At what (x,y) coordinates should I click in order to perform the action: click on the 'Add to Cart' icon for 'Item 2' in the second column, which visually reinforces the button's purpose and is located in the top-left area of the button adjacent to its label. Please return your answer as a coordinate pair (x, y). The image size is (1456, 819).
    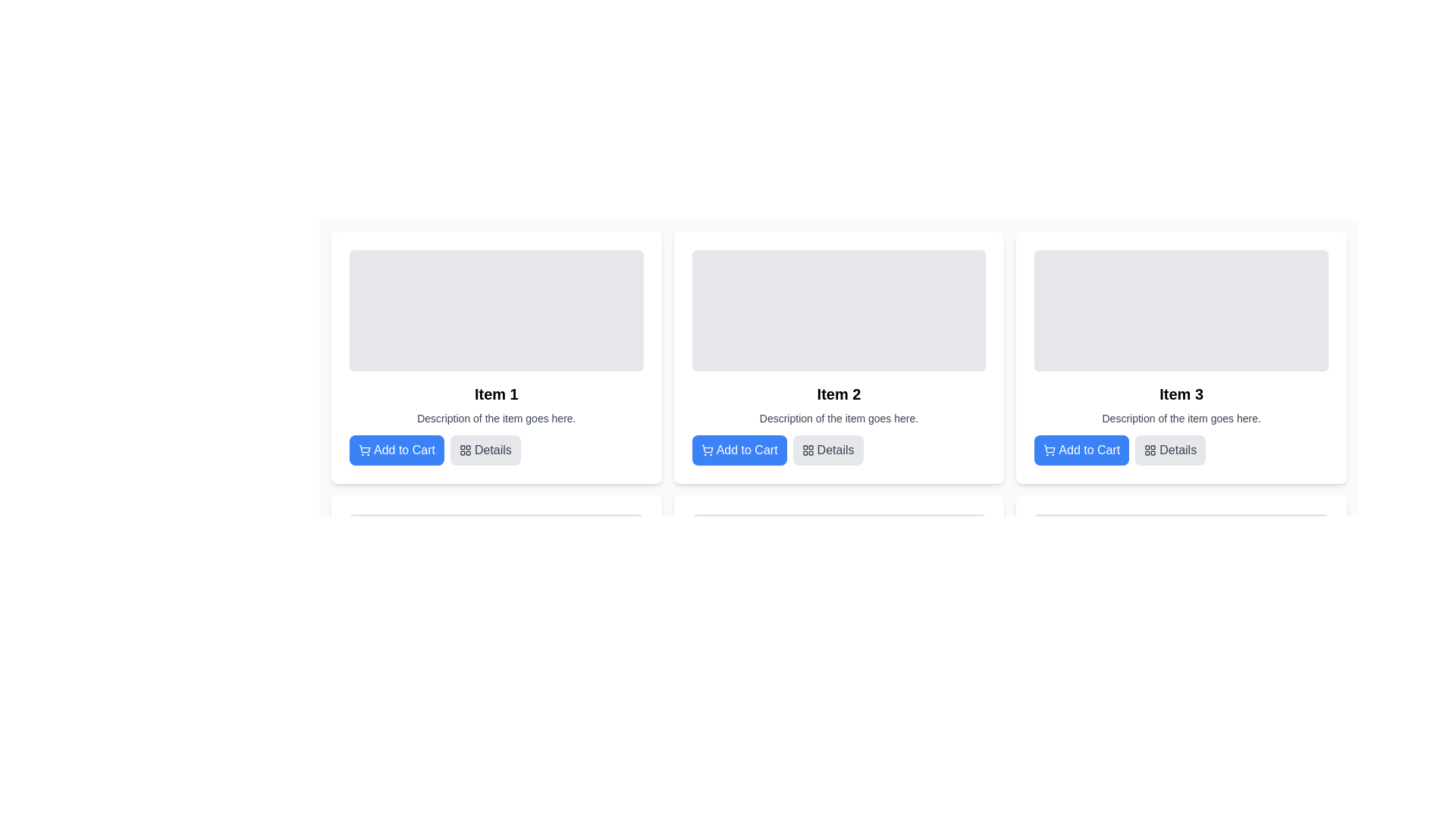
    Looking at the image, I should click on (706, 450).